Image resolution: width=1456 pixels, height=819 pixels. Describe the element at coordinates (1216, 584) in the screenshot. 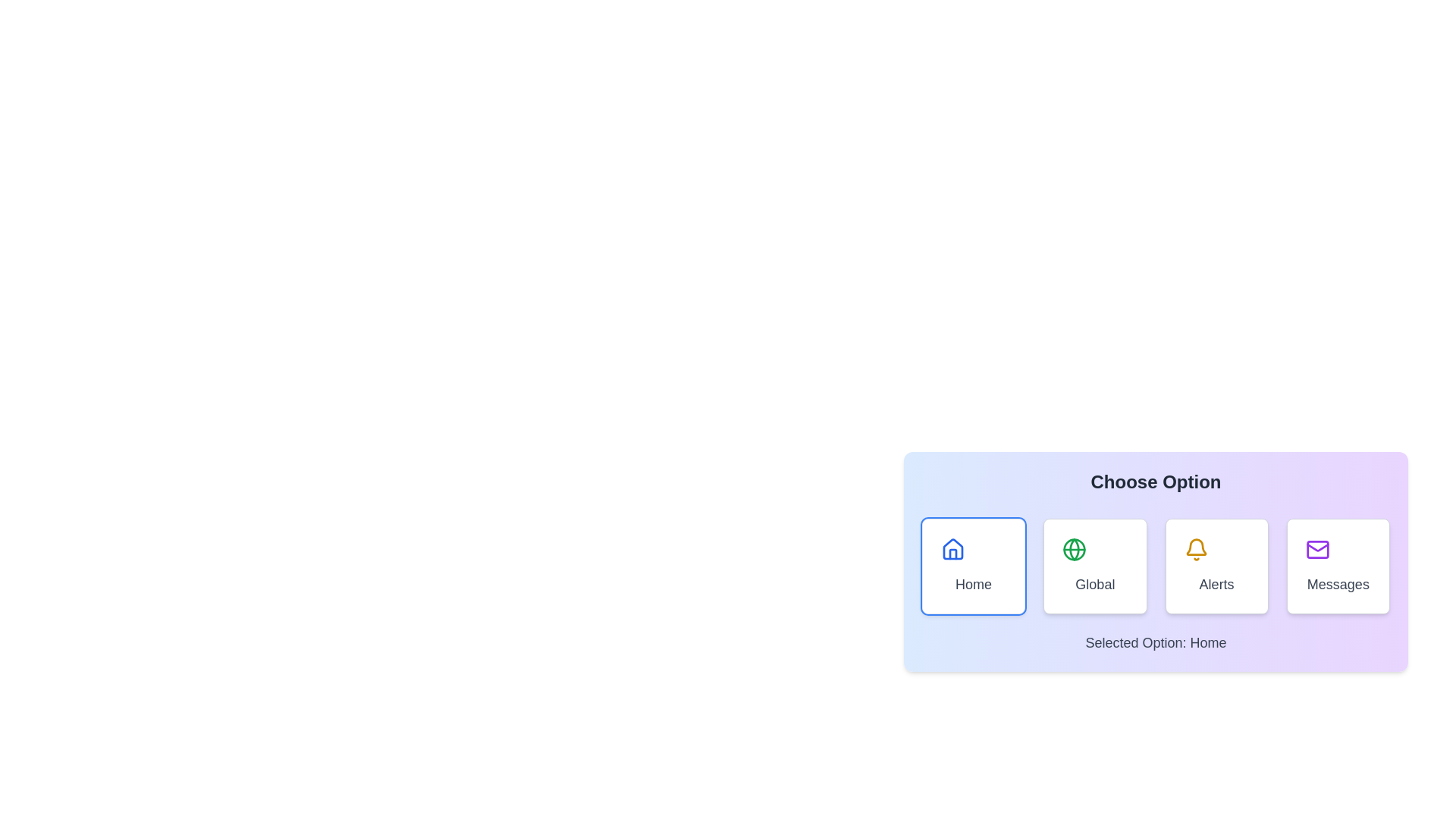

I see `the text label that serves as an indicator for its corresponding option, positioned as the third item between 'Global' and 'Messages'` at that location.